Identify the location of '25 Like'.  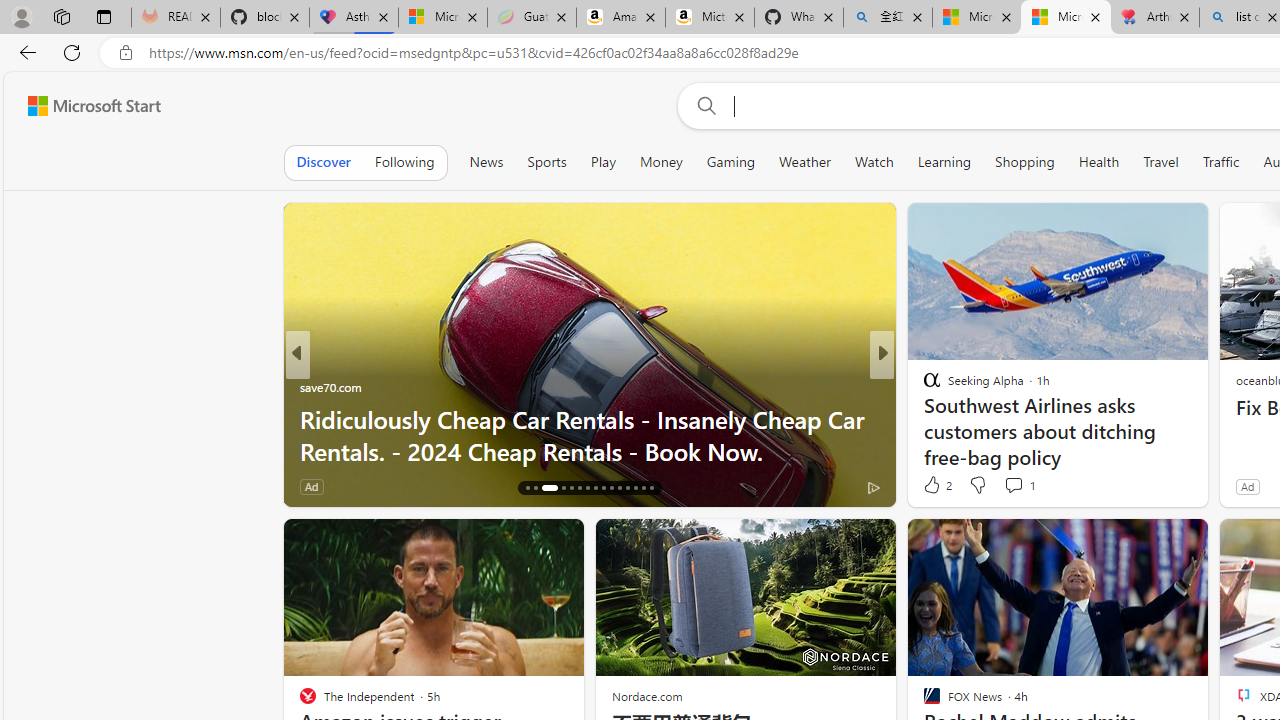
(933, 486).